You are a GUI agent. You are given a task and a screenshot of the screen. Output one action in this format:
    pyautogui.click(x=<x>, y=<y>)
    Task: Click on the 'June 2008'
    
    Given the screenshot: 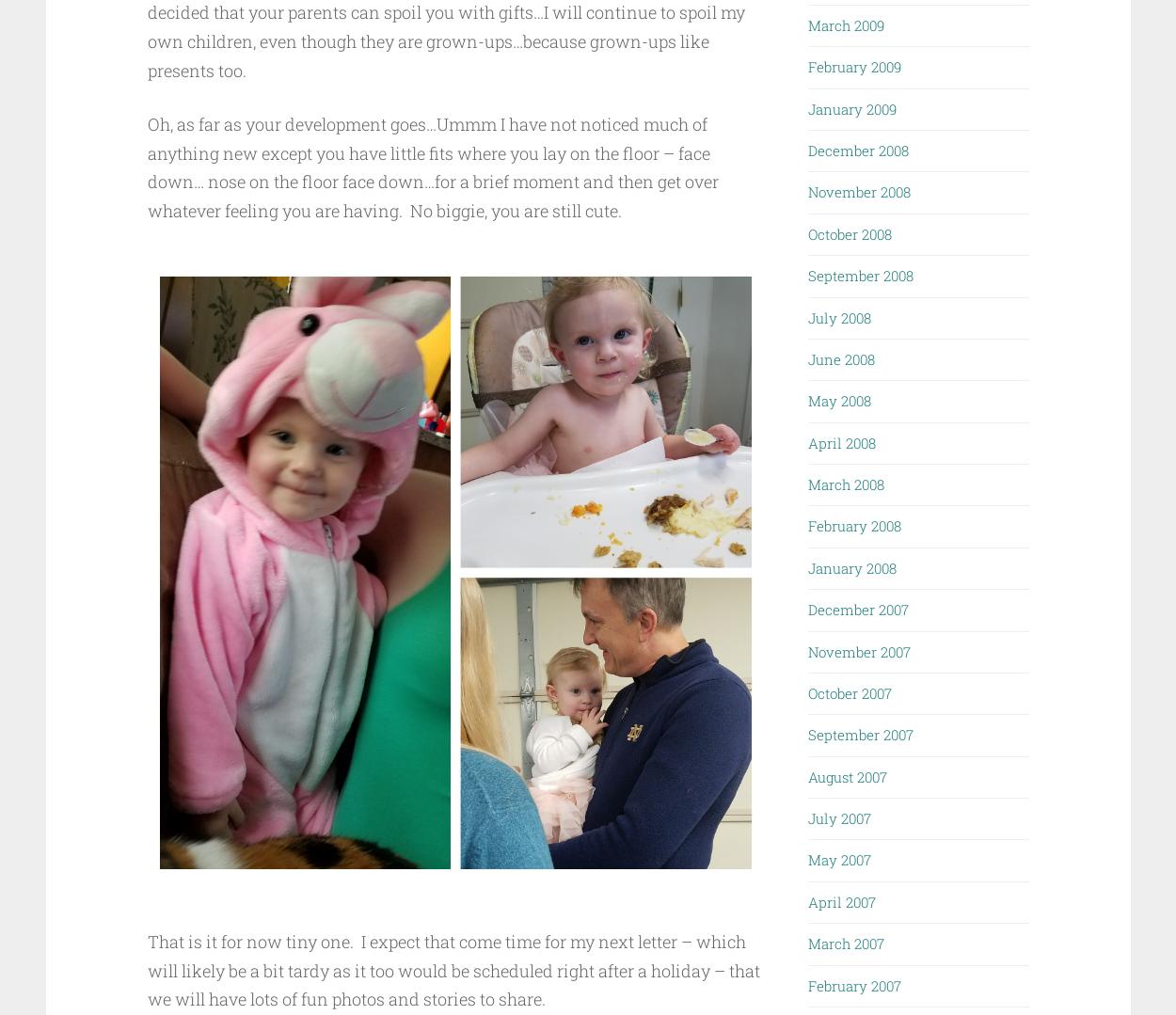 What is the action you would take?
    pyautogui.click(x=841, y=357)
    